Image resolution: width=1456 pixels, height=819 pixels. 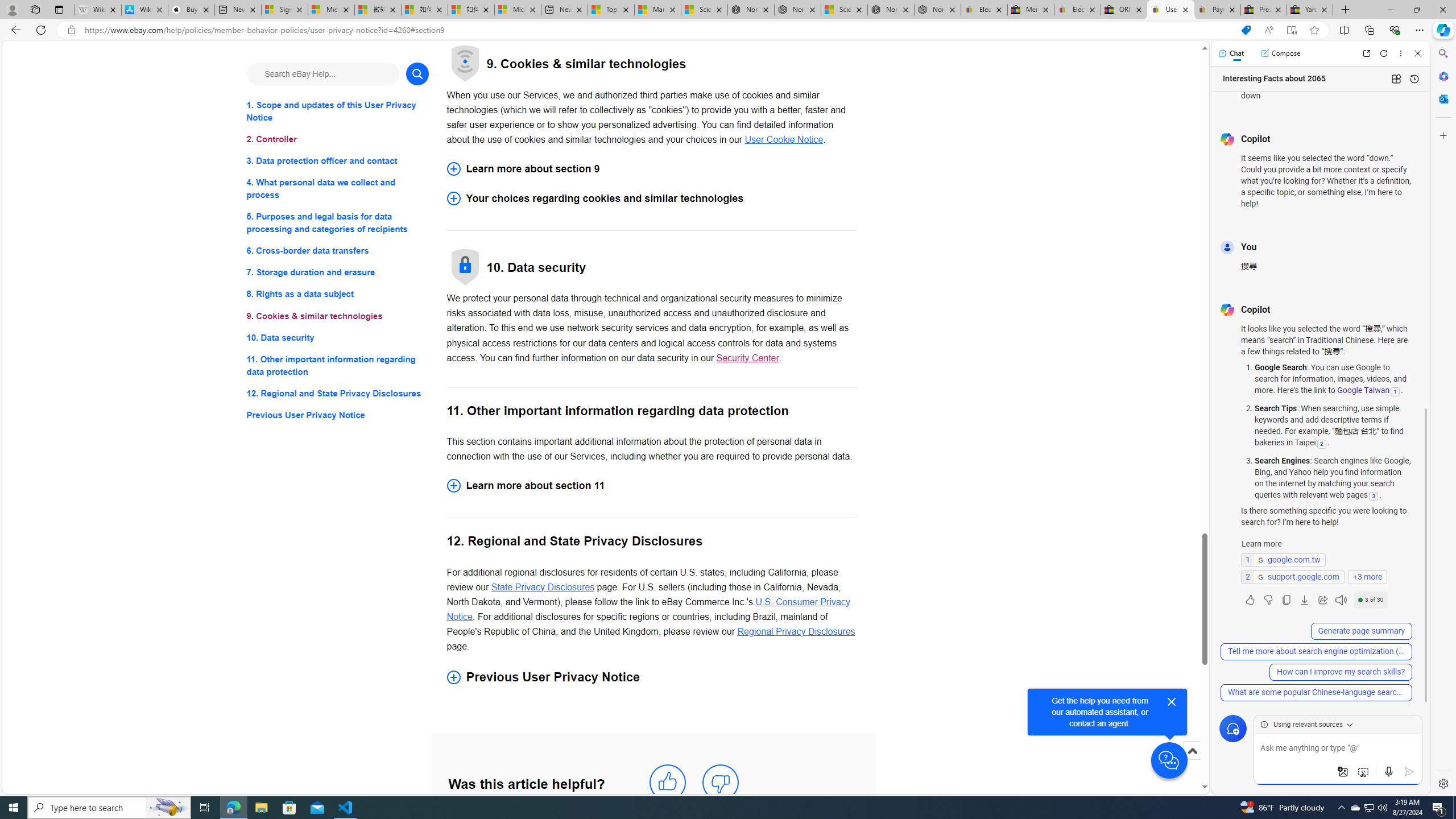 I want to click on '12. Regional and State Privacy Disclosures', so click(x=337, y=392).